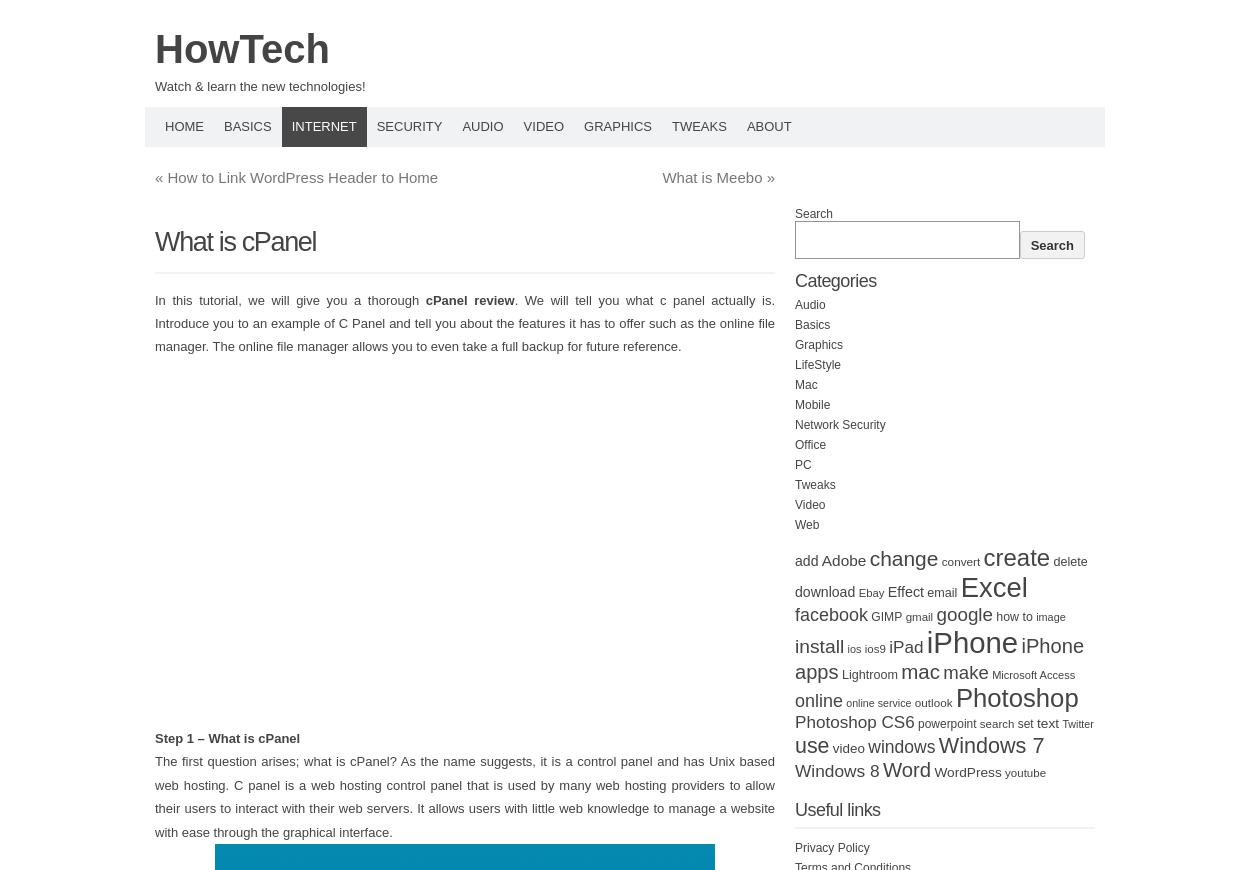  I want to click on 'delete', so click(1069, 561).